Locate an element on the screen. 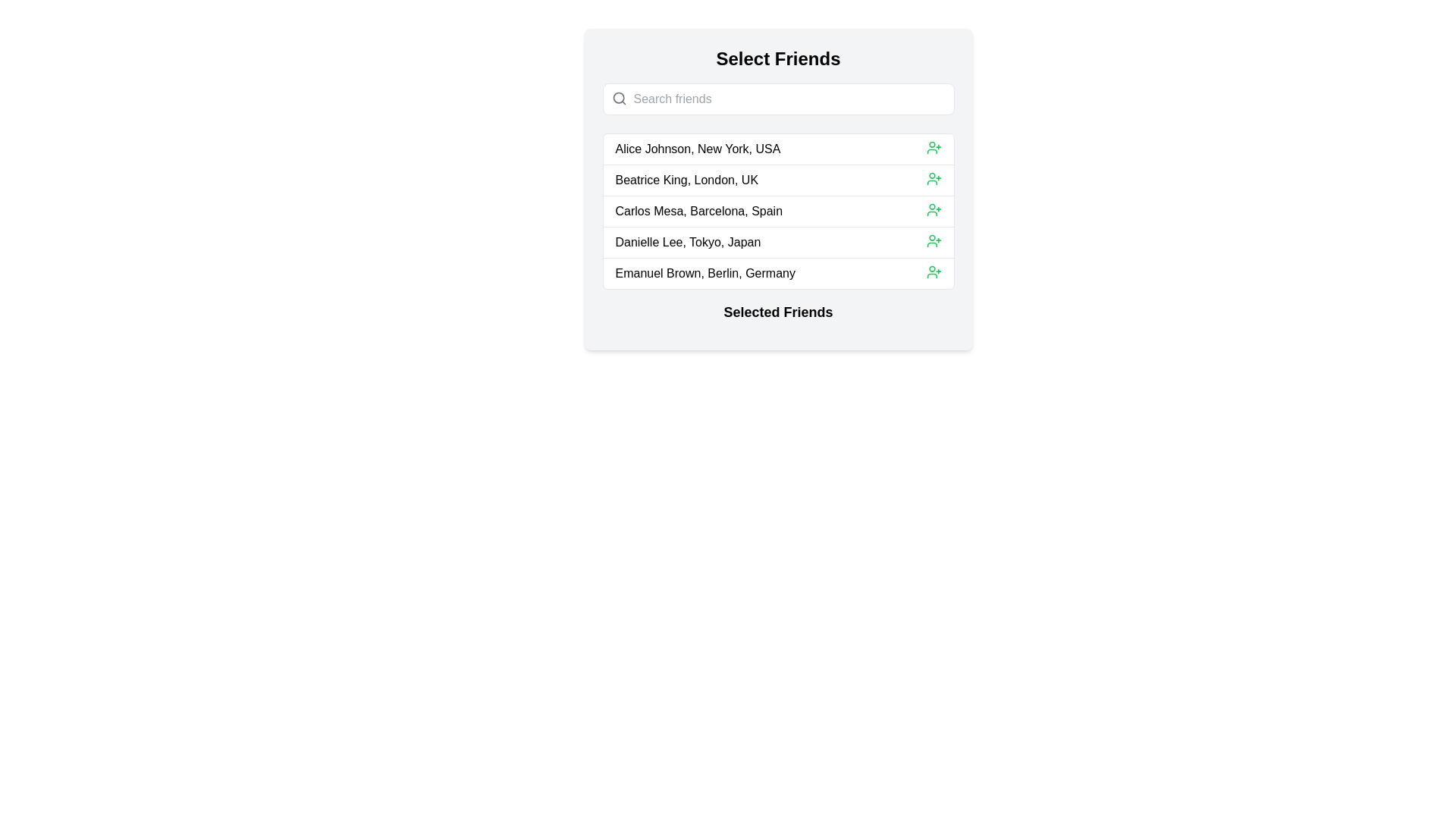  the friend suggestion list item representing the person directly below 'Alice Johnson, New York, USA' and above 'Carlos Mesa, Barcelona, Spain' is located at coordinates (778, 179).